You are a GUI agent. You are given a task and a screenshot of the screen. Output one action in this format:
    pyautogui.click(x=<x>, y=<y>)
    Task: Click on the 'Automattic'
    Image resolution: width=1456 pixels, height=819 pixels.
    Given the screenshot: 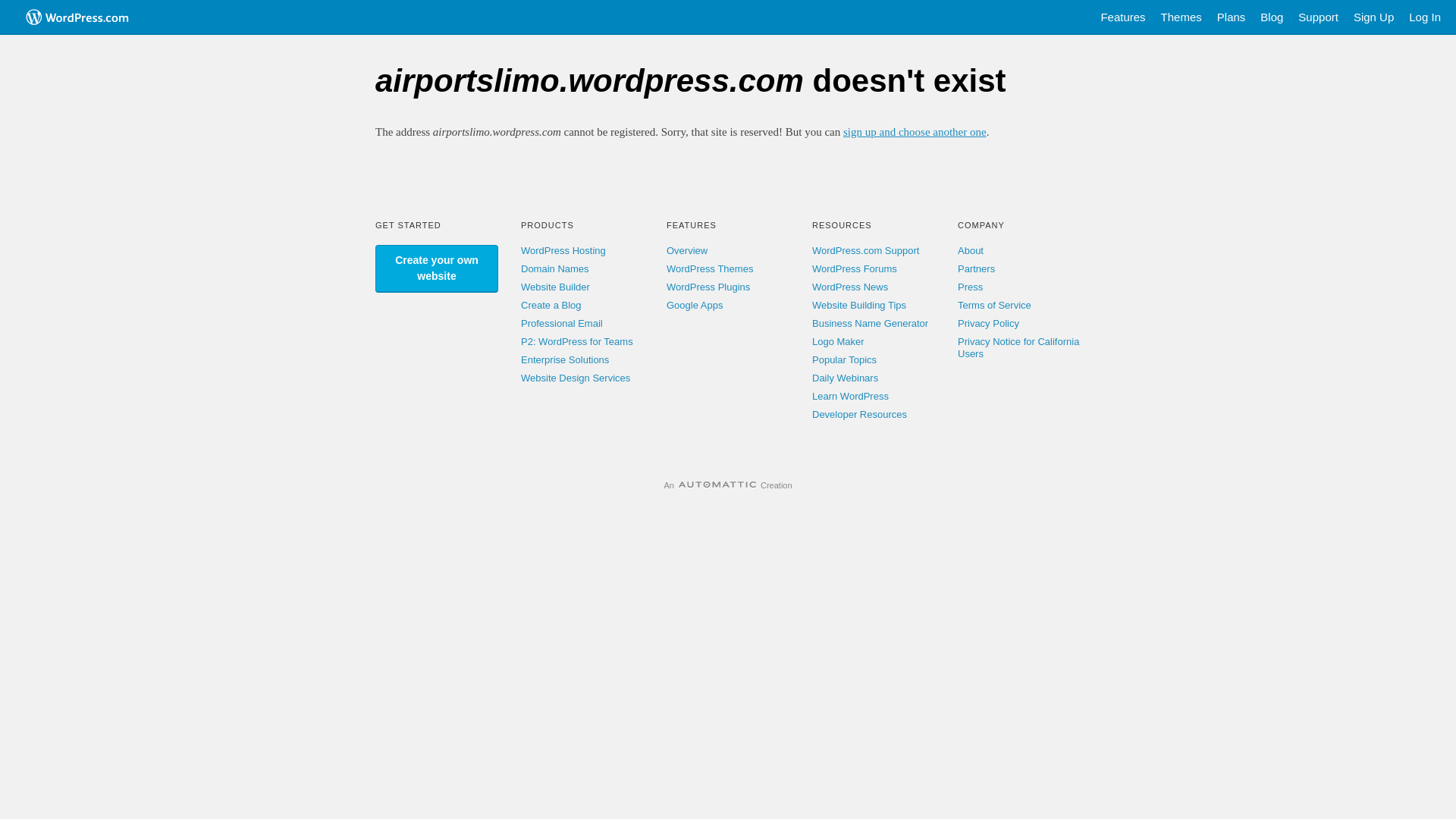 What is the action you would take?
    pyautogui.click(x=716, y=485)
    